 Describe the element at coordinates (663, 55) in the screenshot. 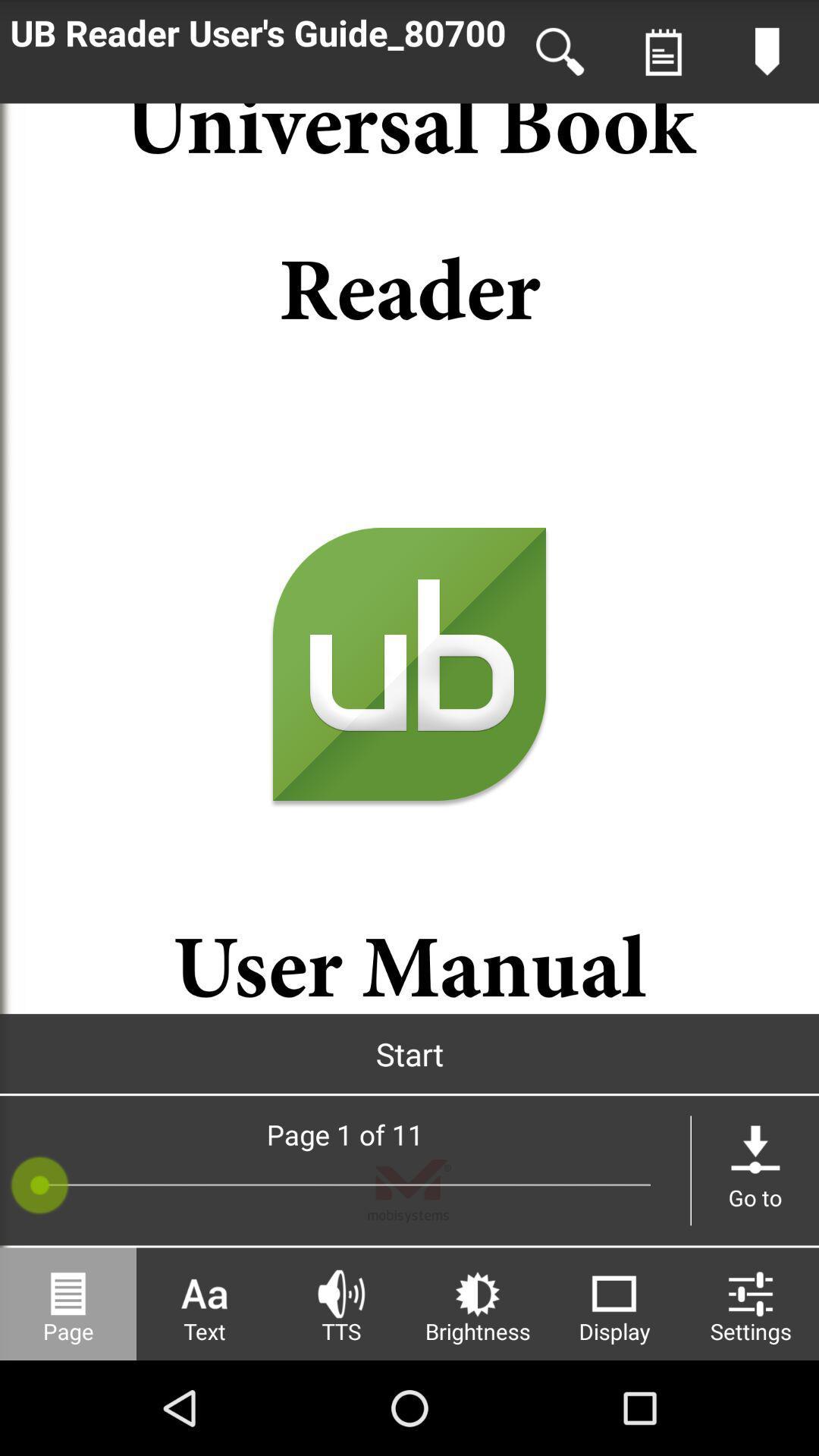

I see `the description icon` at that location.